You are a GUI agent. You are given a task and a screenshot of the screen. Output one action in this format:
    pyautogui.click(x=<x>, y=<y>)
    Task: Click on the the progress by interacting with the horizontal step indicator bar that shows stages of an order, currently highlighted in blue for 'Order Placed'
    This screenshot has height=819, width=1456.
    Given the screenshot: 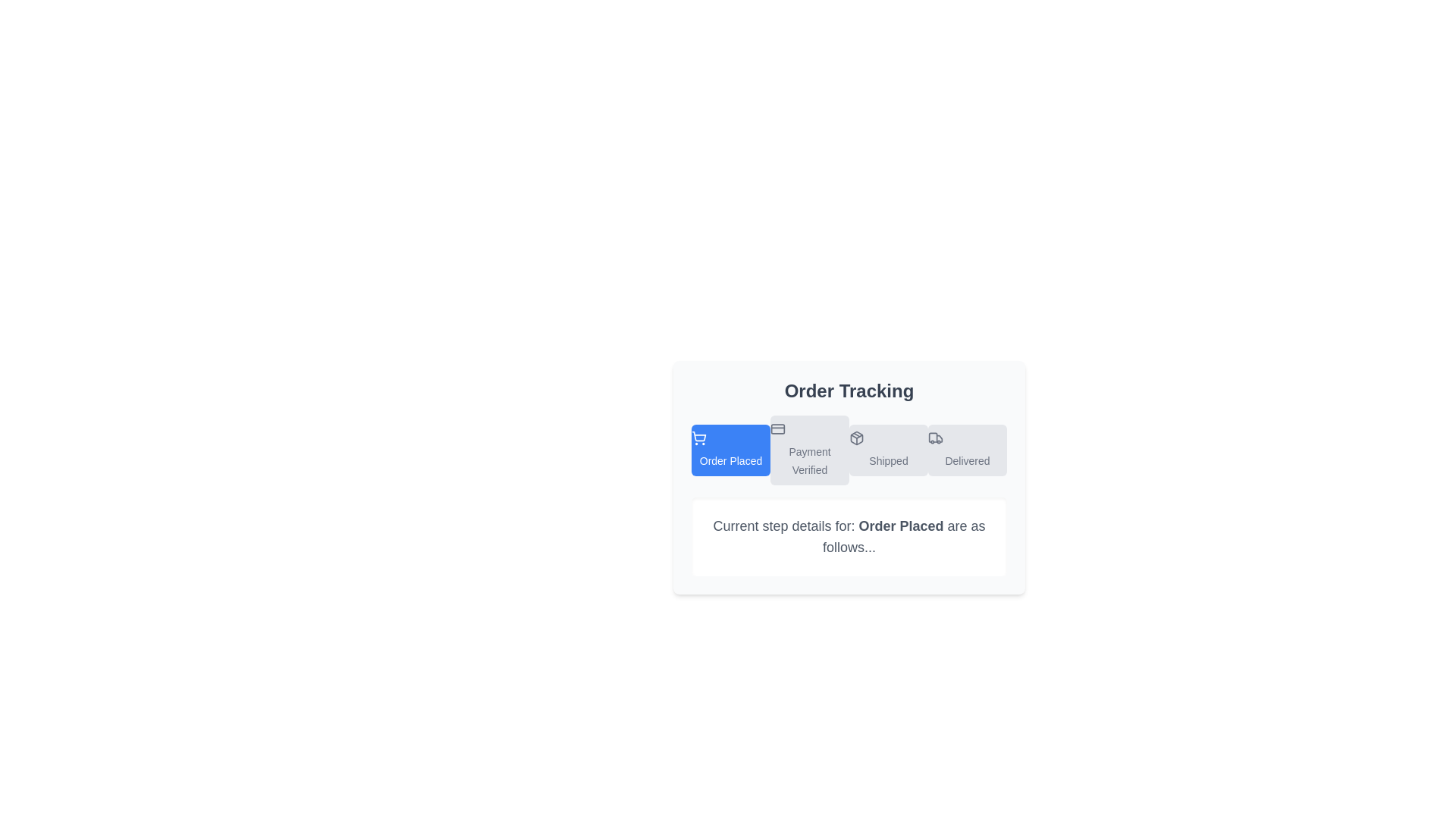 What is the action you would take?
    pyautogui.click(x=848, y=450)
    